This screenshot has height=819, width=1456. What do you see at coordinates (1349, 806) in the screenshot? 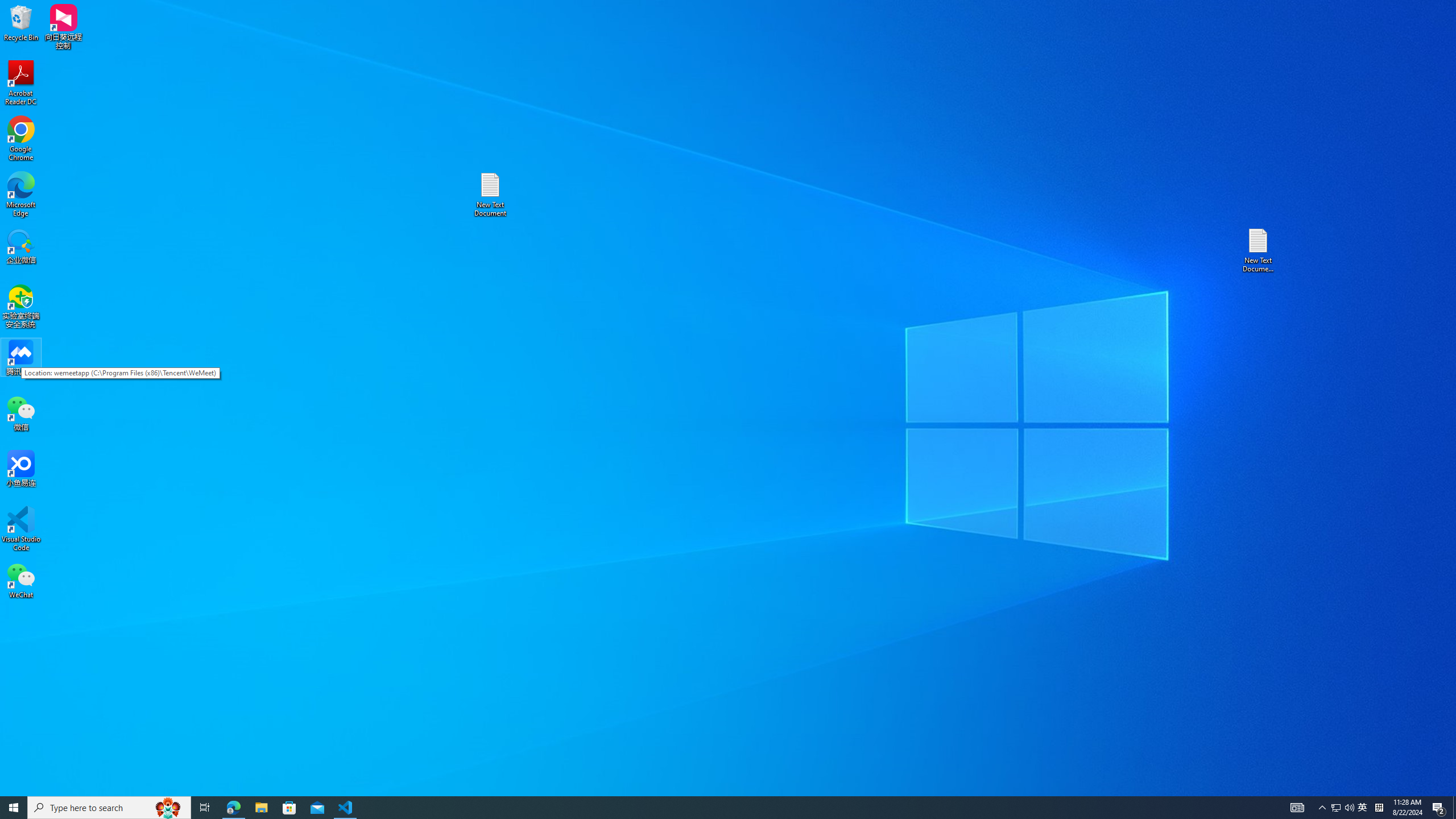
I see `'Q2790: 100%'` at bounding box center [1349, 806].